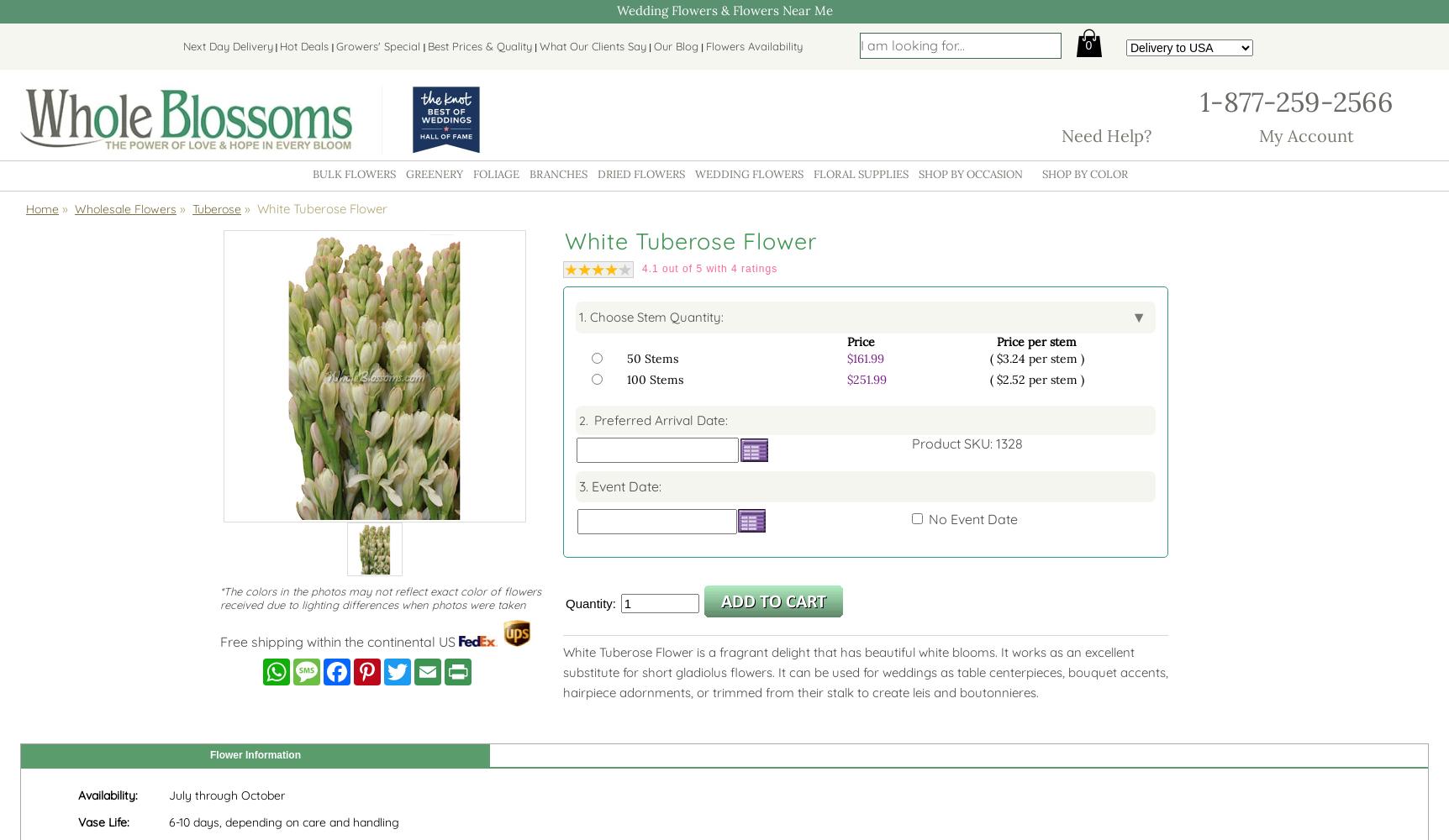  I want to click on '1-877-259-2566', so click(1294, 100).